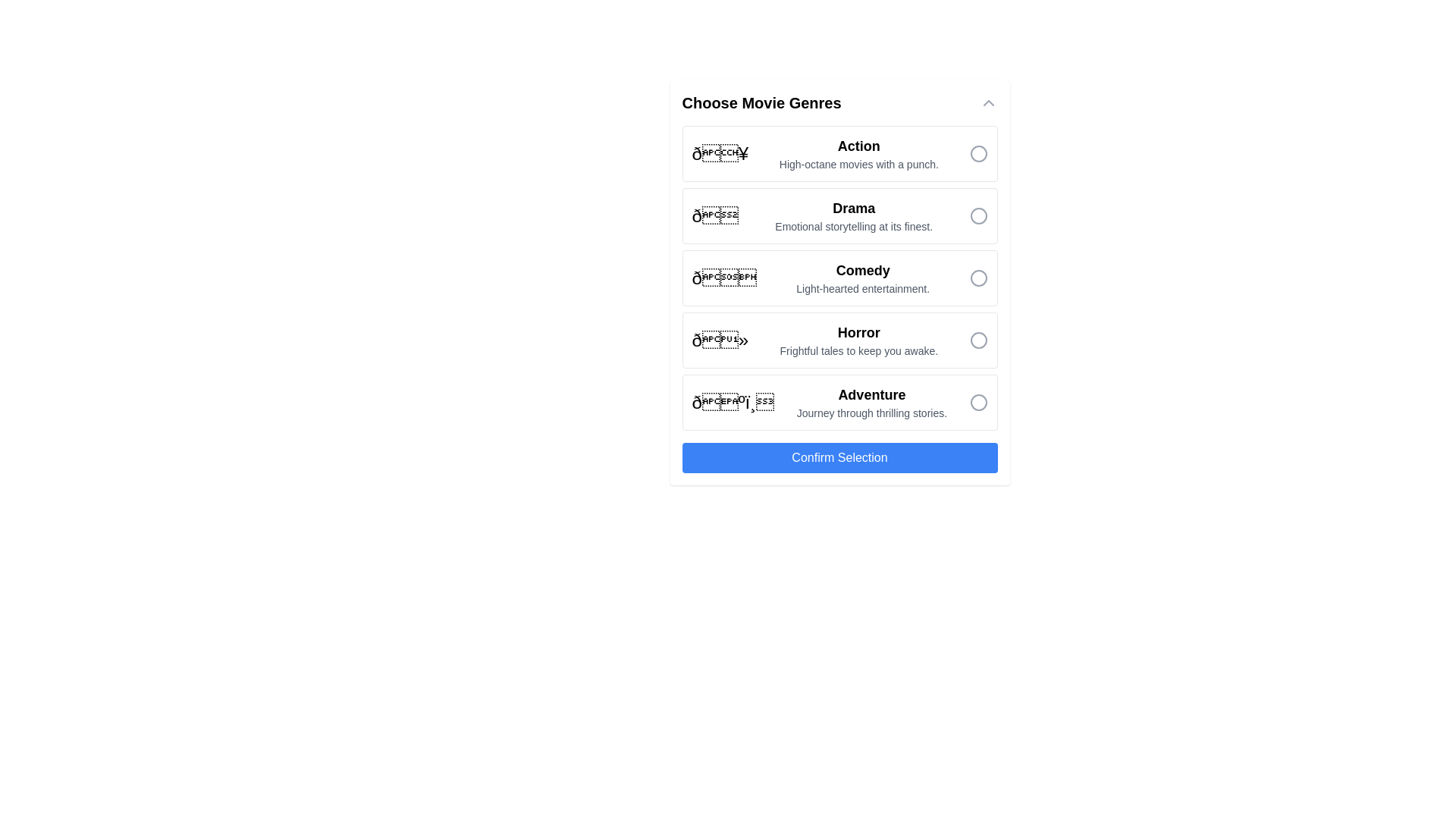 The width and height of the screenshot is (1456, 819). I want to click on the text block titled 'Action', which describes high-octane movies with a punch, located centrally to the right of an emoji icon in the 'Choose Movie Genres' section, so click(858, 154).